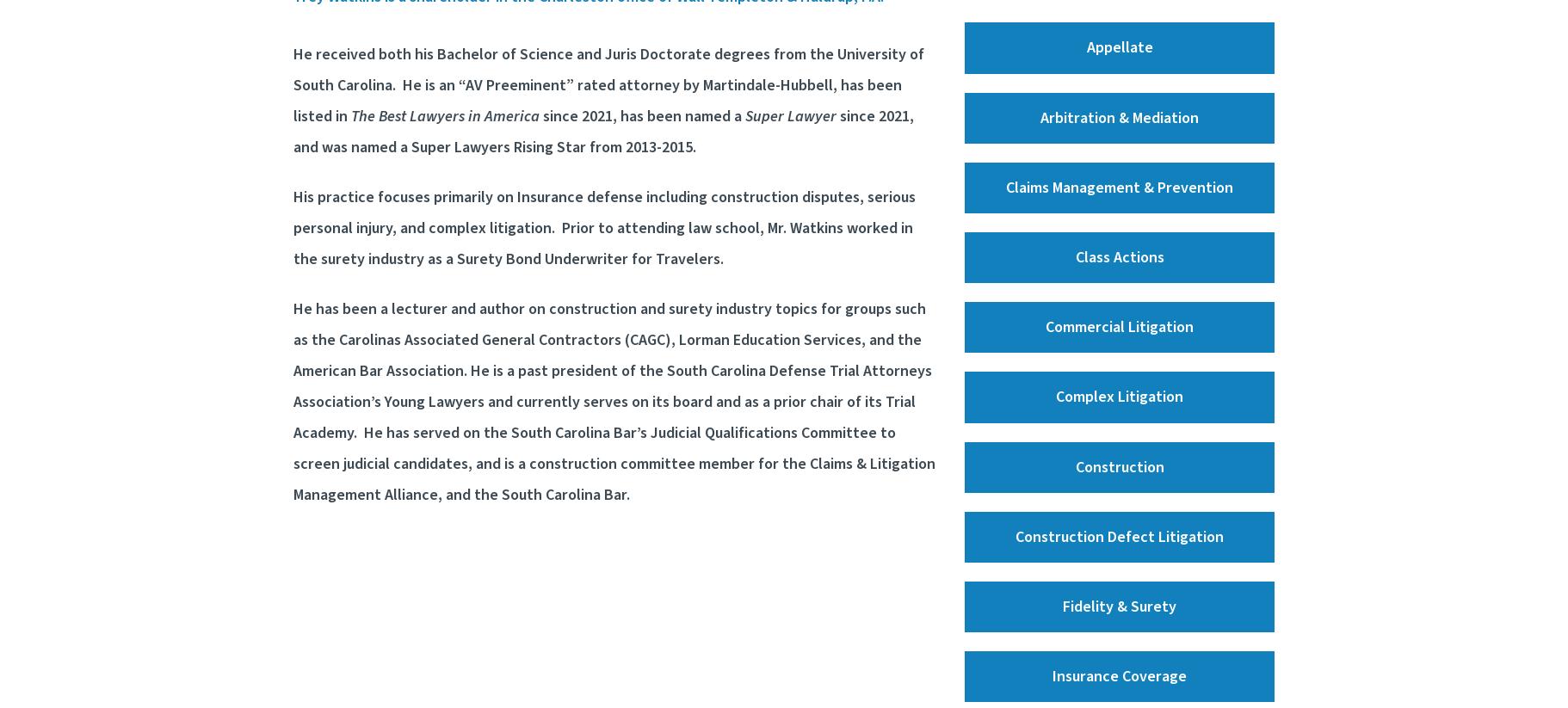 Image resolution: width=1568 pixels, height=708 pixels. Describe the element at coordinates (293, 228) in the screenshot. I see `'His practice focuses primarily on Insurance defense including construction disputes, serious personal injury, and complex litigation.  Prior to attending law school, Mr. Watkins worked in the surety industry as a Surety Bond Underwriter for Travelers.'` at that location.